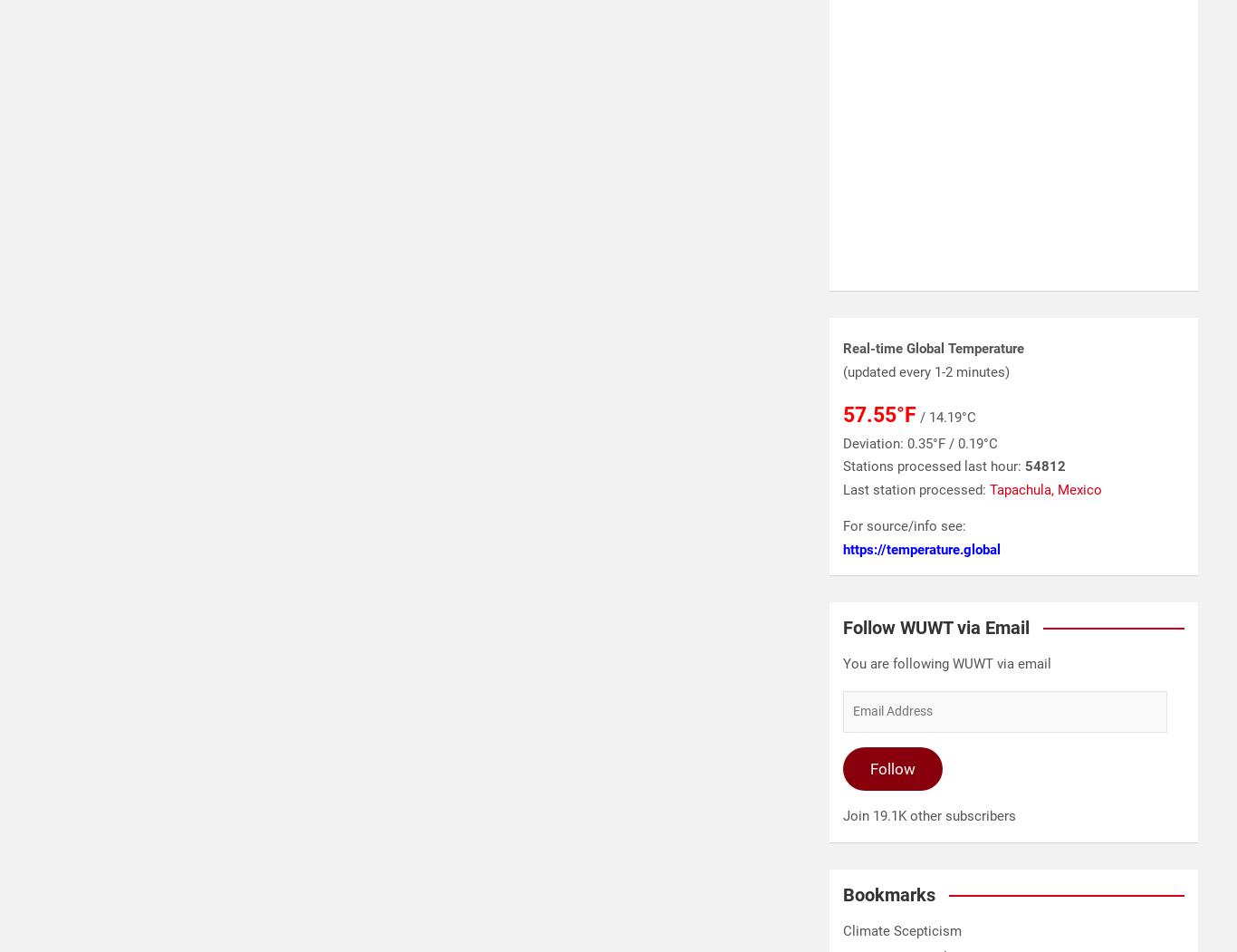 This screenshot has width=1237, height=952. Describe the element at coordinates (843, 466) in the screenshot. I see `'Stations processed last hour:'` at that location.